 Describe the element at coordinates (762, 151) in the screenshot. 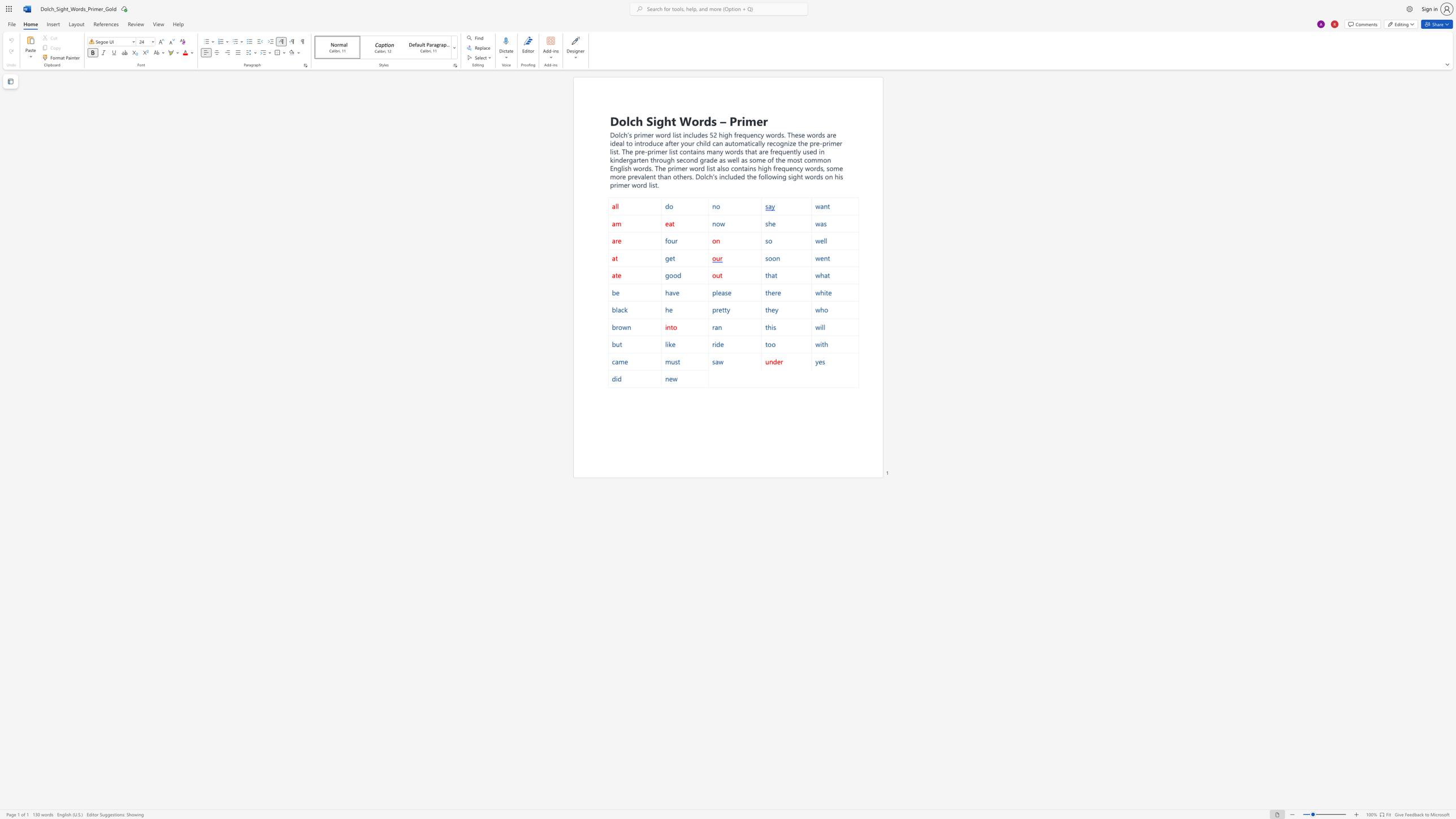

I see `the subset text "re" within the text "many words that are"` at that location.